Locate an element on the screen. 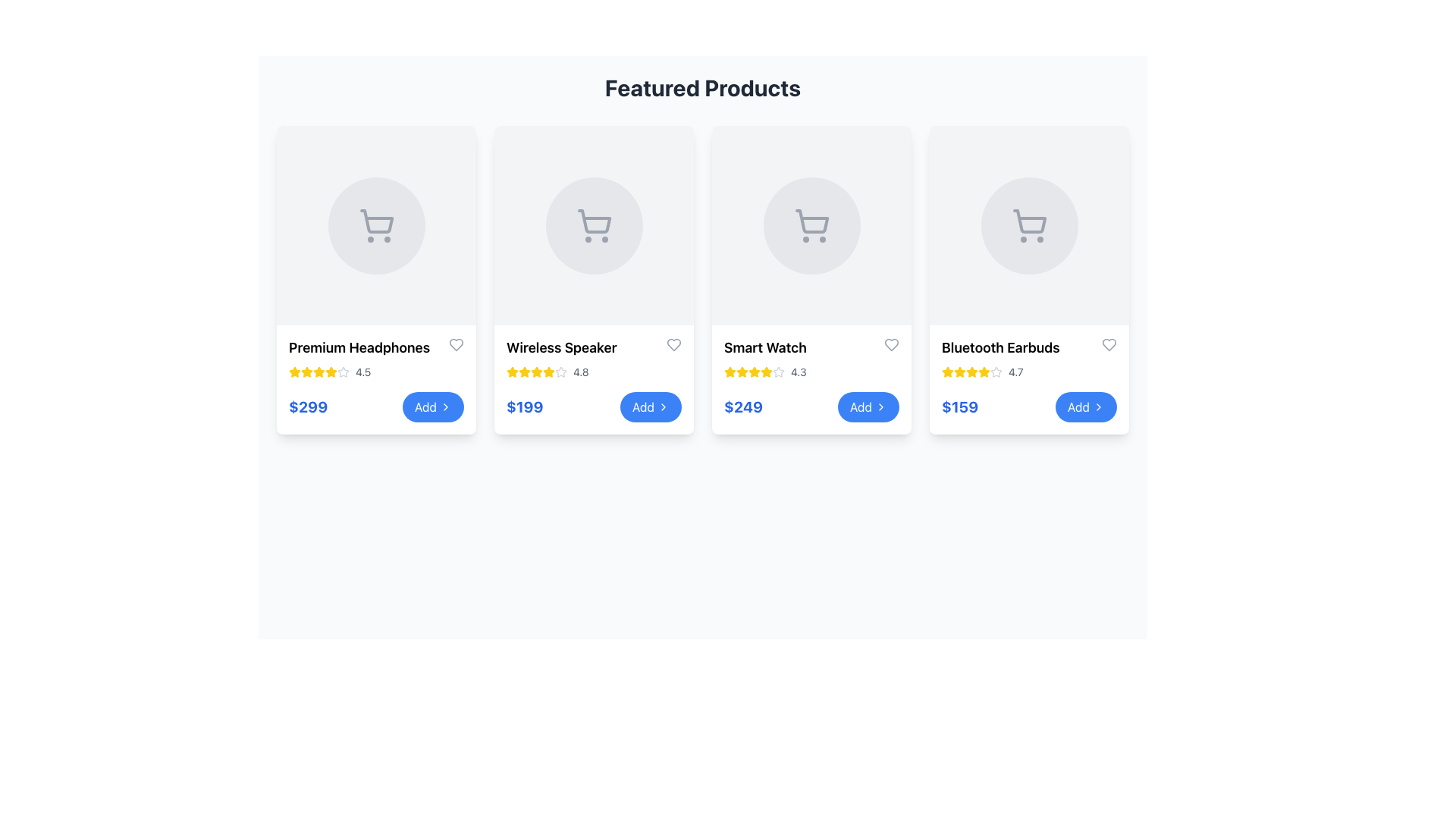 The width and height of the screenshot is (1456, 819). the chevron icon located within the blue 'Add' button at the bottom center of the product card to initiate the associated action is located at coordinates (445, 406).